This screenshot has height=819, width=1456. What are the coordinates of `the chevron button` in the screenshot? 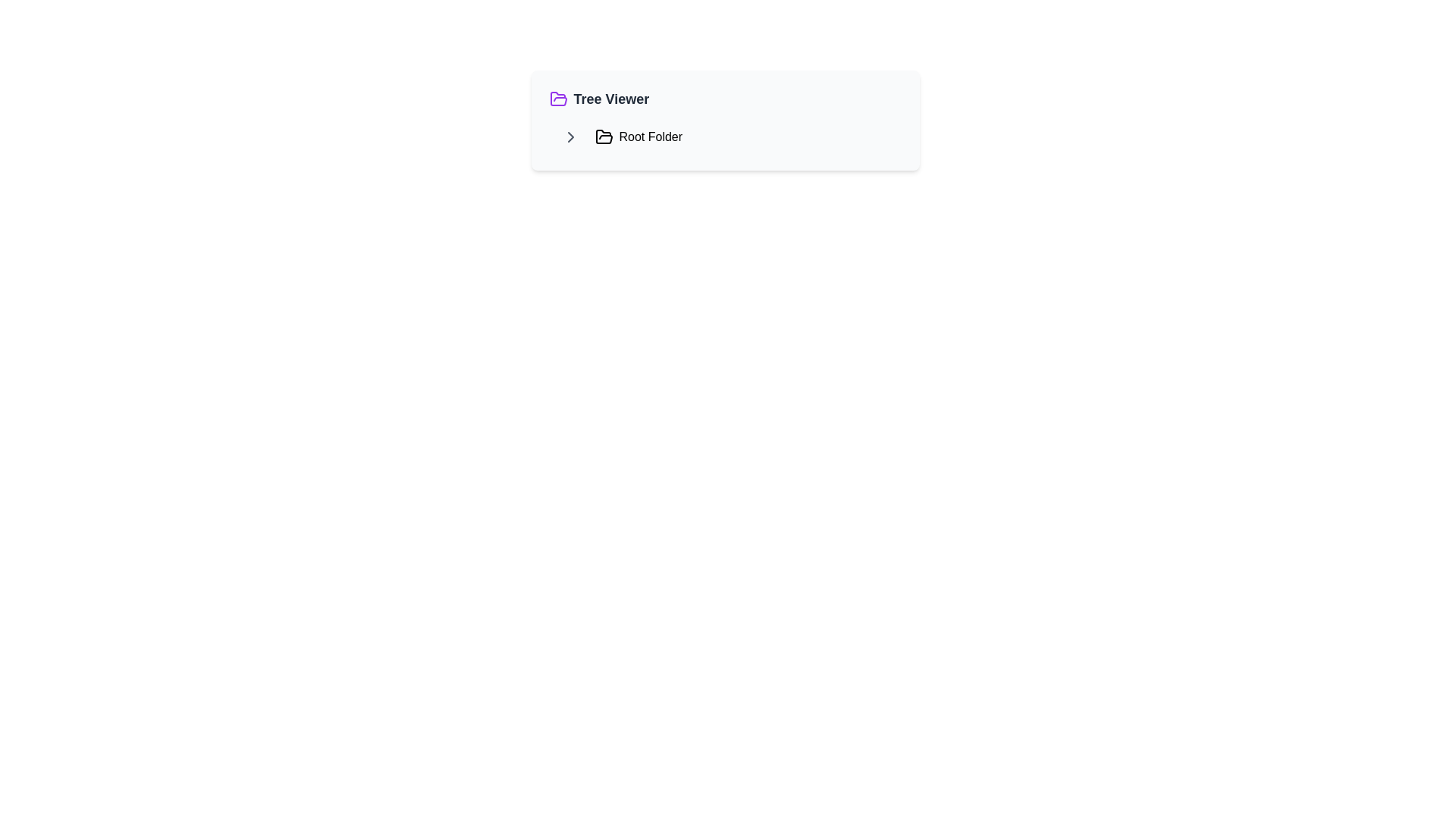 It's located at (570, 137).